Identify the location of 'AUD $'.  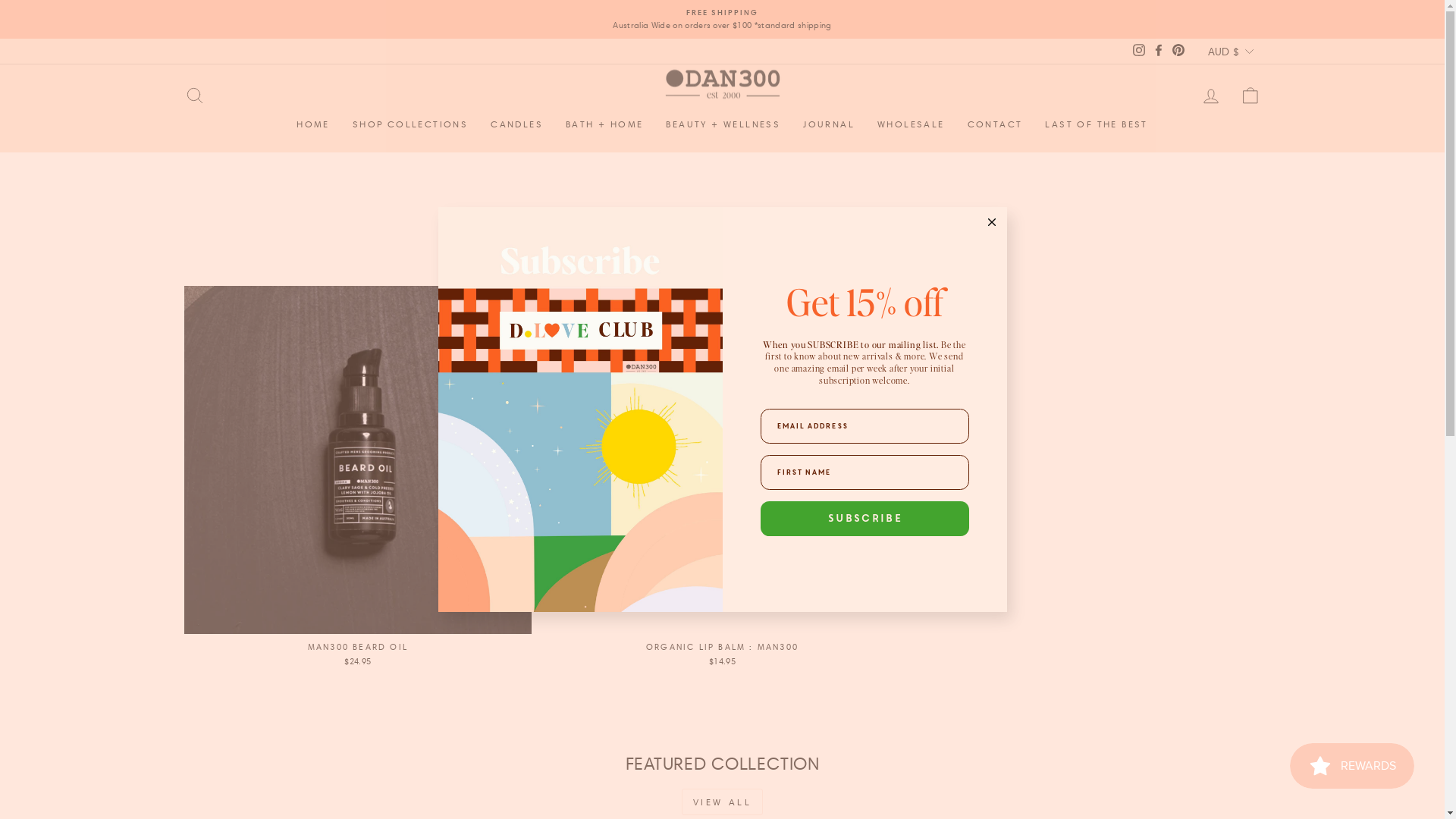
(1203, 49).